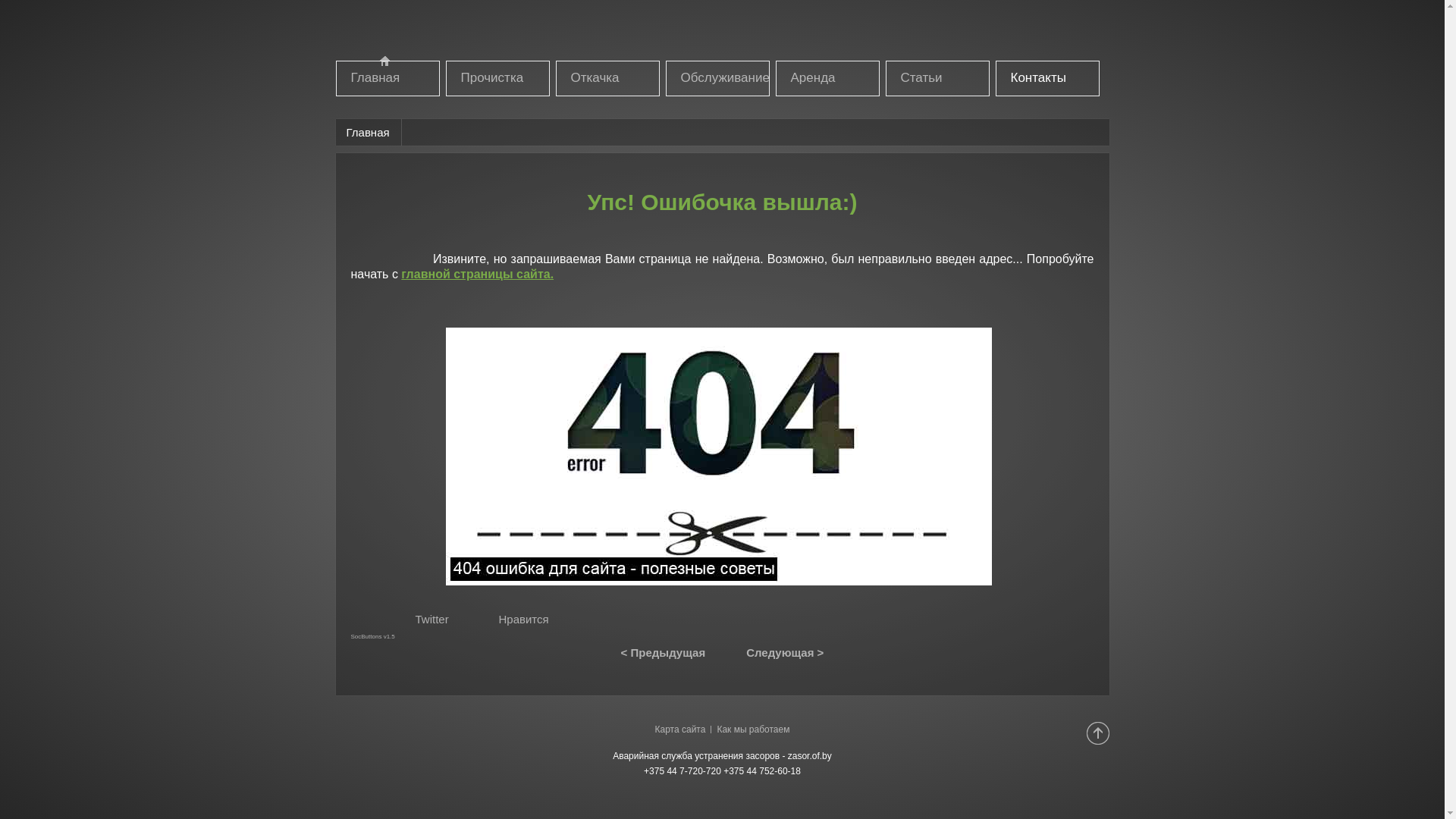 The width and height of the screenshot is (1456, 819). Describe the element at coordinates (372, 636) in the screenshot. I see `'SocButtons v1.5'` at that location.